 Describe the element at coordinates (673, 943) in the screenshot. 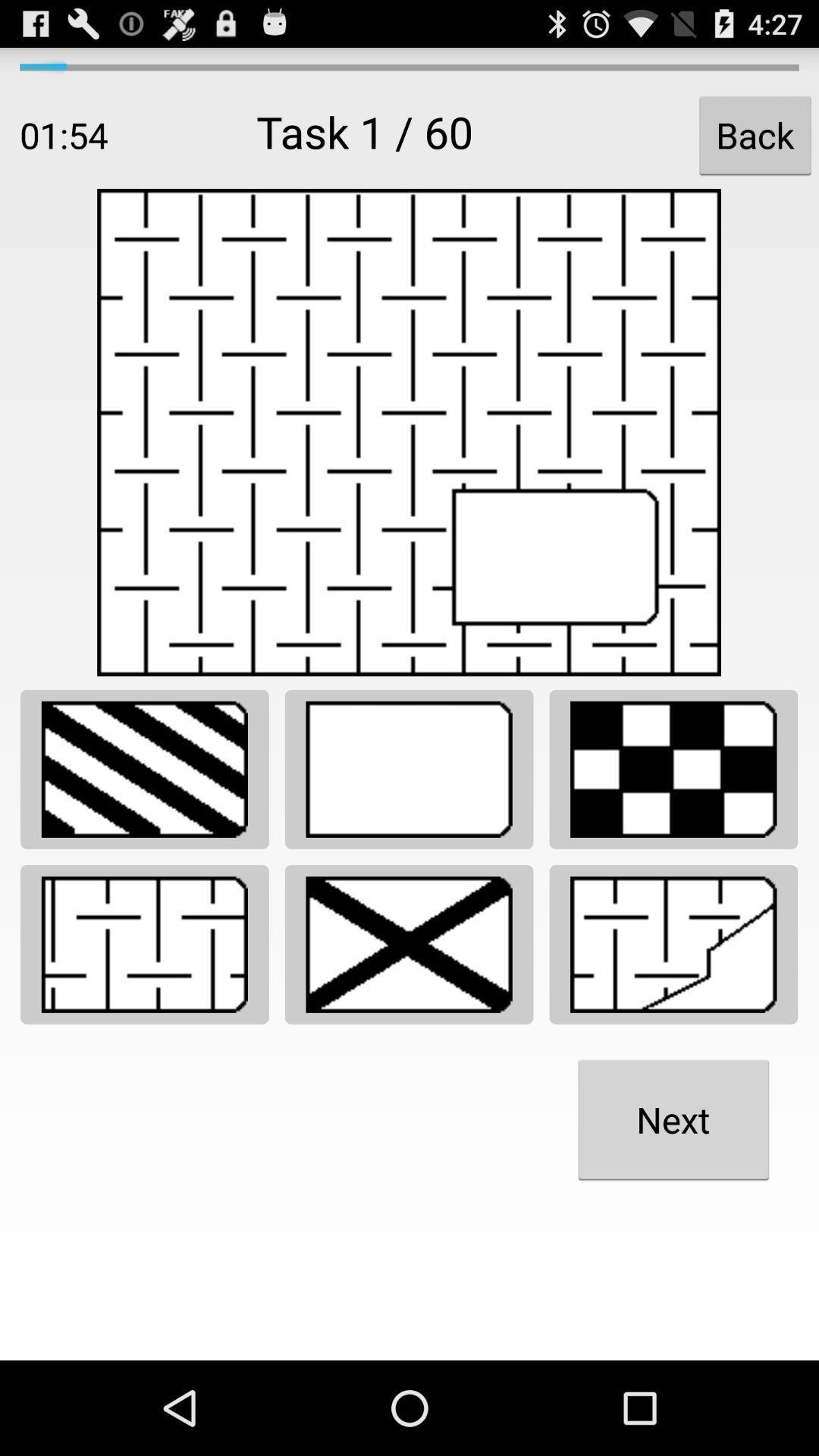

I see `mismatched section` at that location.